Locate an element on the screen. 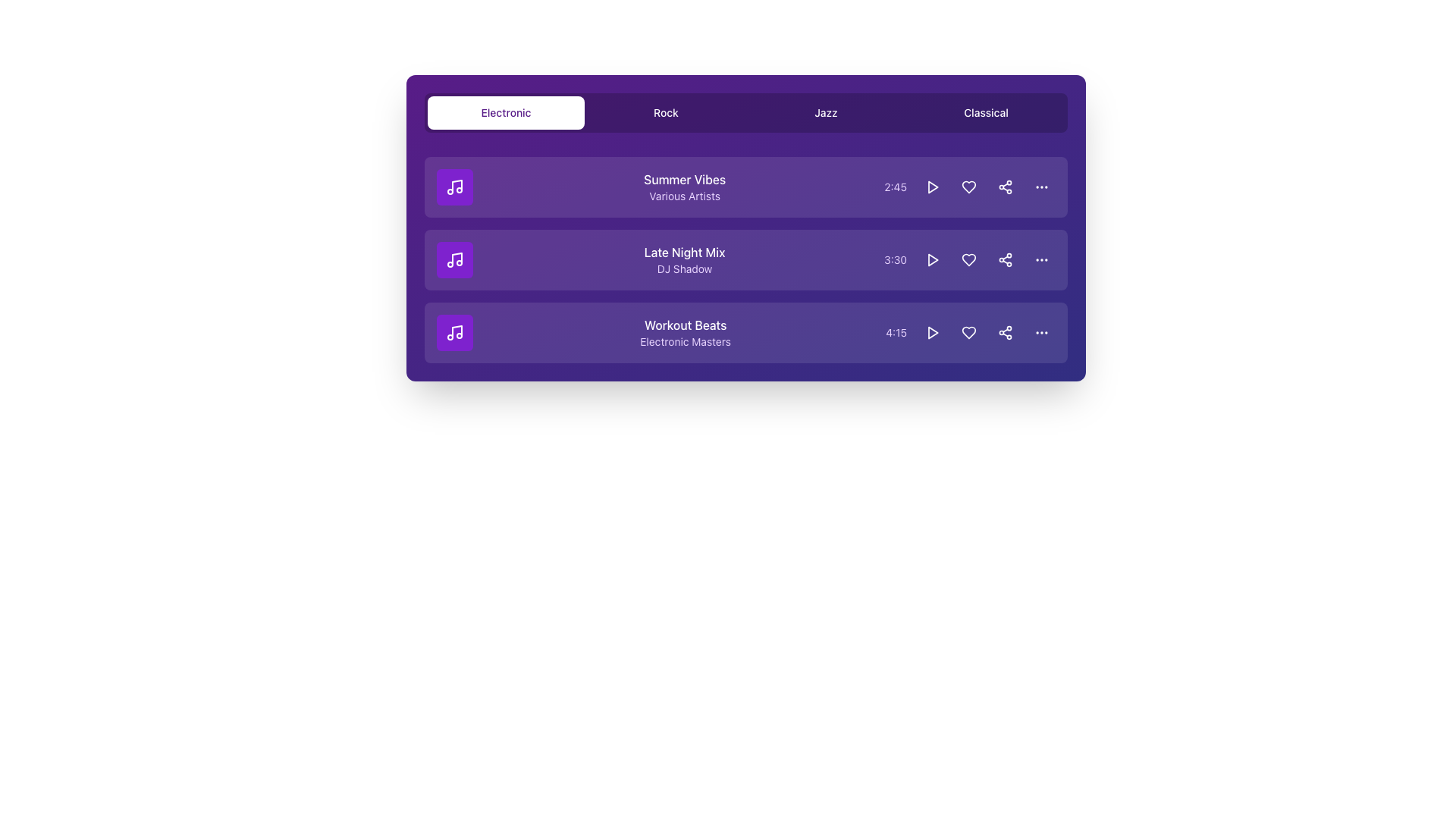 This screenshot has height=819, width=1456. the text label displaying 'Summer Vibes', which is styled with a white font color on a purple background and positioned above 'Various Artists' is located at coordinates (684, 178).